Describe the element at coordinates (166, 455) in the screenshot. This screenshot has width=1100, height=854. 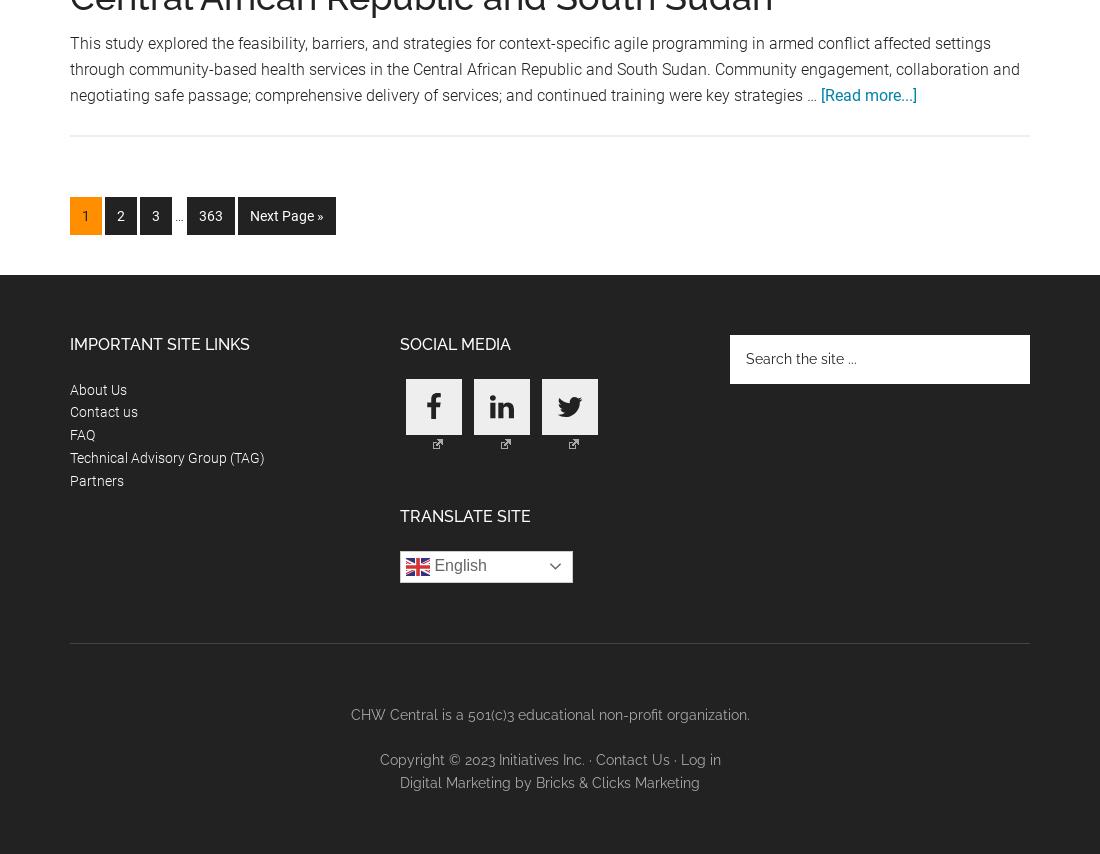
I see `'Technical Advisory Group (TAG)'` at that location.